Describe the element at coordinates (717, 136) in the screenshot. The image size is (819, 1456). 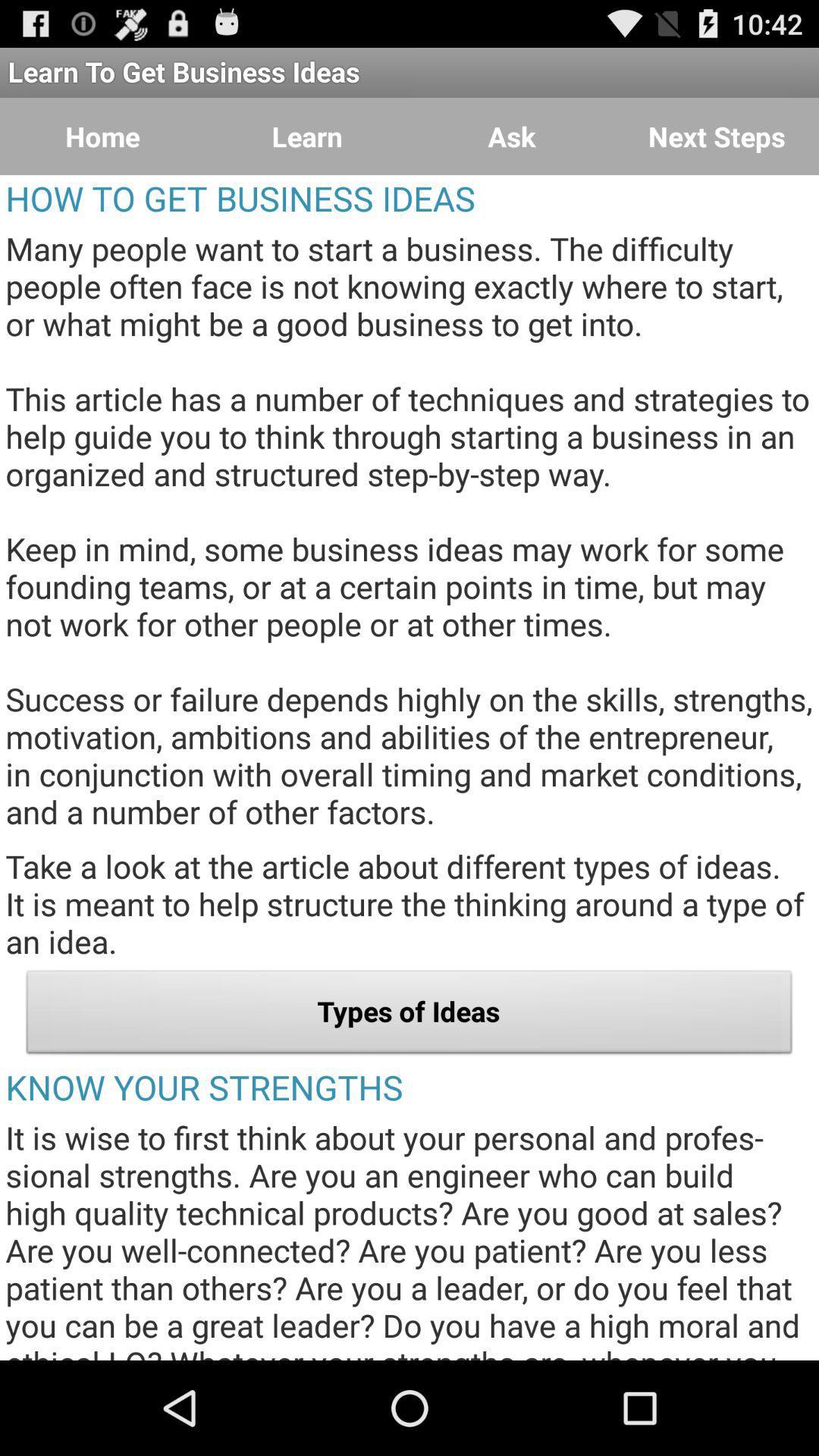
I see `next steps item` at that location.